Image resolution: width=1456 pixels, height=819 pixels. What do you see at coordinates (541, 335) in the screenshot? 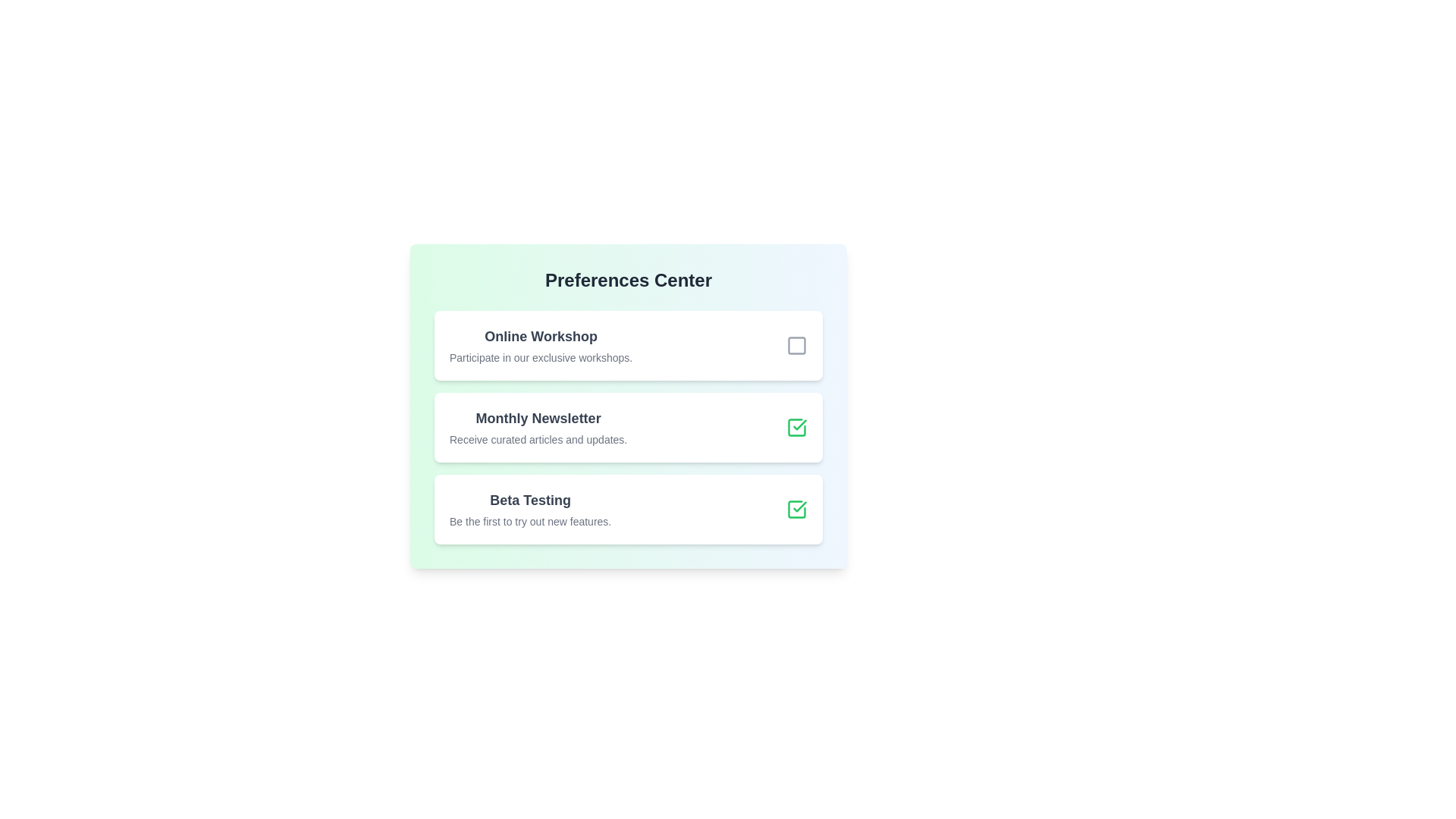
I see `the title text that identifies an option within the preferences selection panel, located at the top left corner above 'Monthly Newsletter' and 'Beta Testing.'` at bounding box center [541, 335].